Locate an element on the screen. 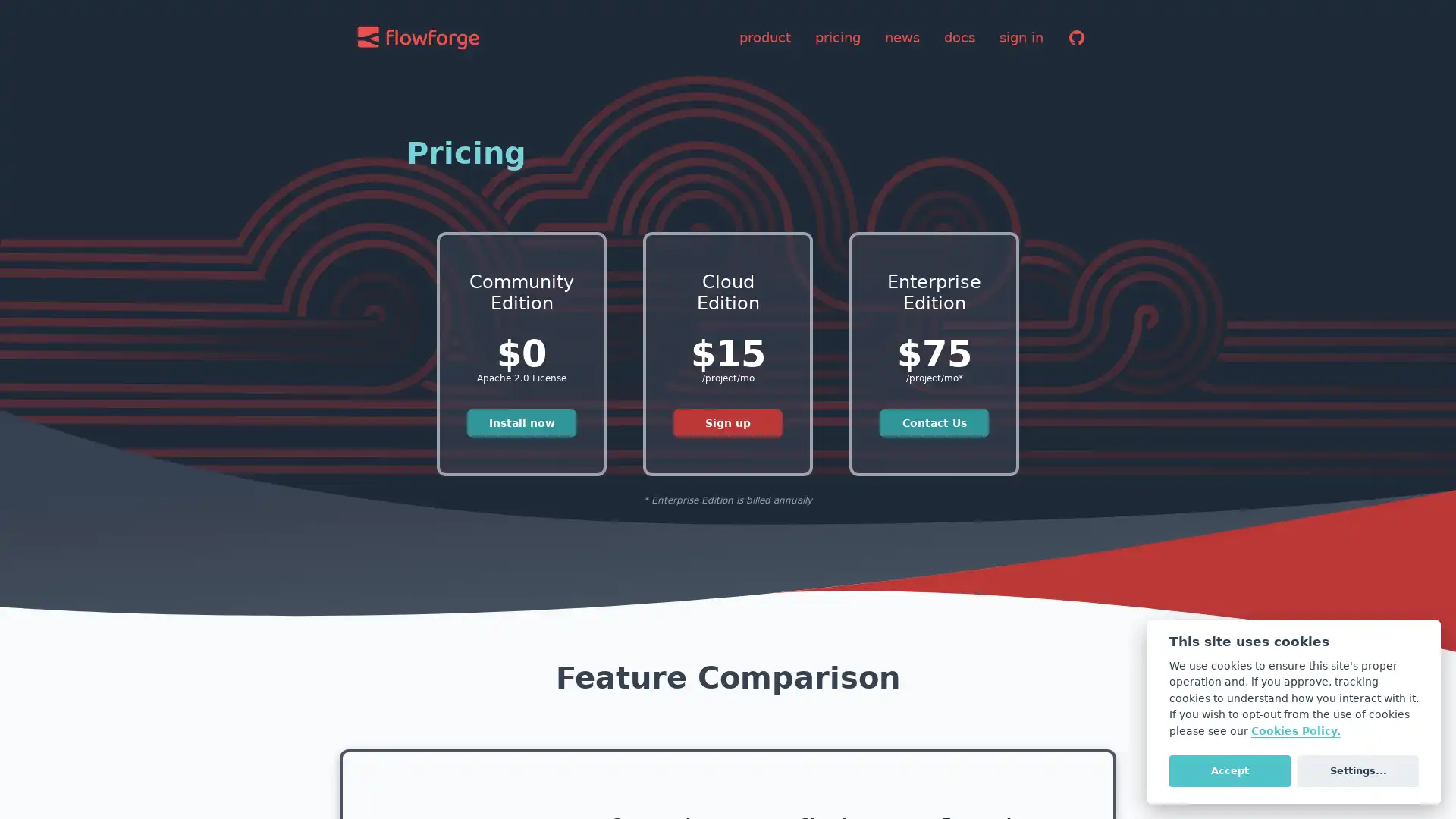  Settings... is located at coordinates (1357, 770).